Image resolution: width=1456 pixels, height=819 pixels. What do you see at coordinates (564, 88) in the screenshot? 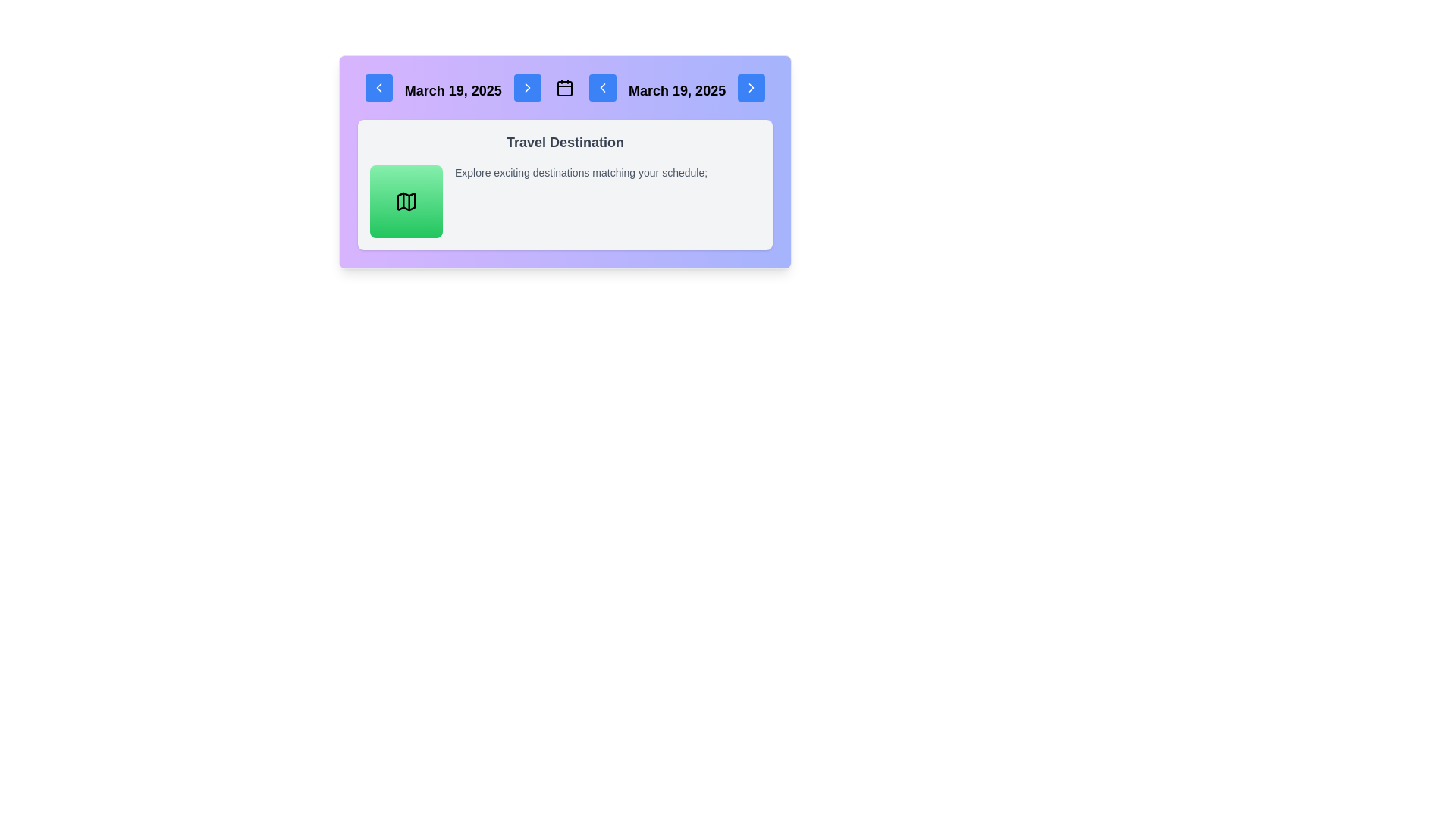
I see `the Decorative component within the SVG-based calendar icon, which is a square with rounded corners located centrally in the top section of the UI` at bounding box center [564, 88].